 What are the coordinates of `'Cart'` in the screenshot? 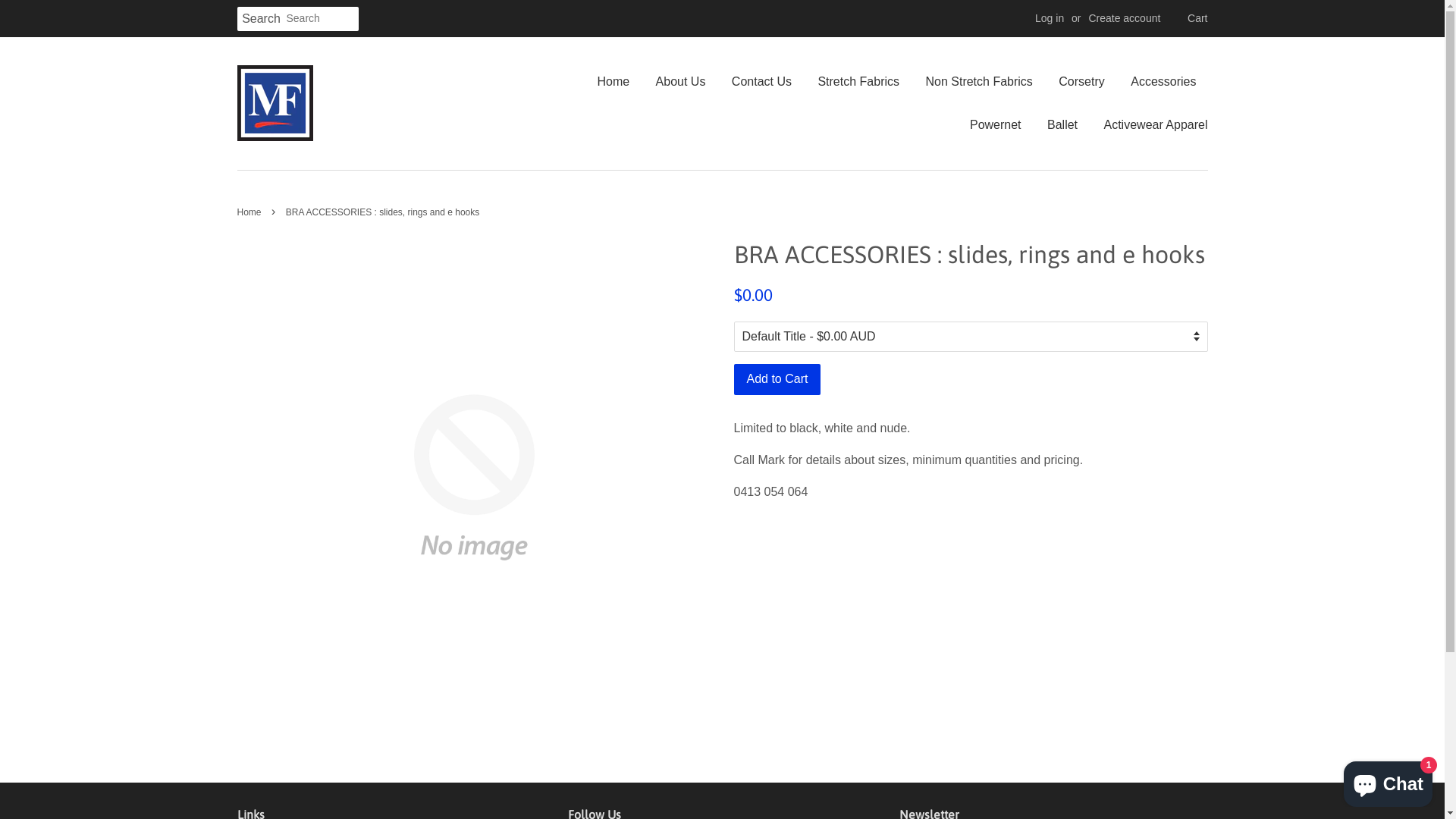 It's located at (1197, 18).